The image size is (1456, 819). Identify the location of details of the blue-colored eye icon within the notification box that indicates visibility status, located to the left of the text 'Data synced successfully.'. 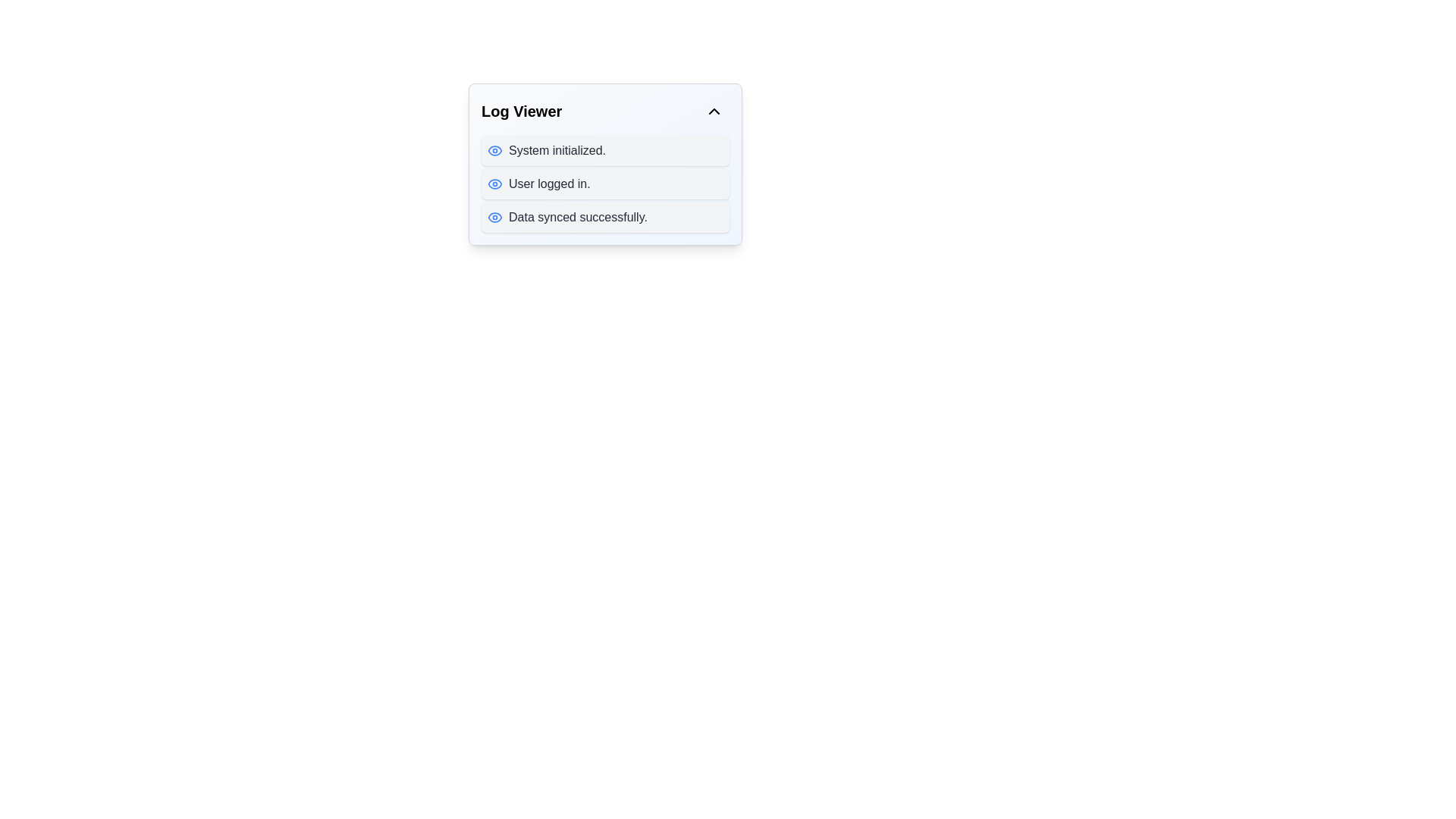
(494, 217).